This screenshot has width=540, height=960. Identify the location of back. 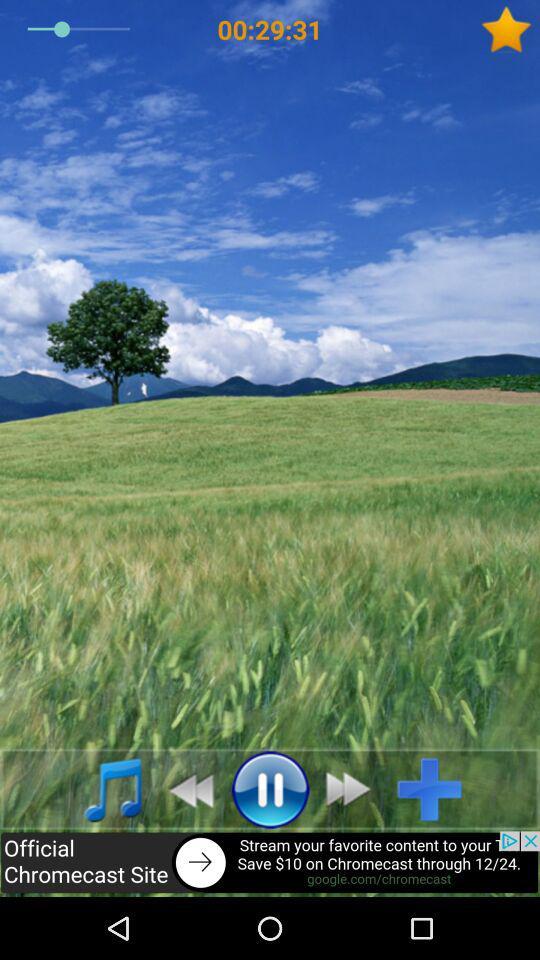
(270, 863).